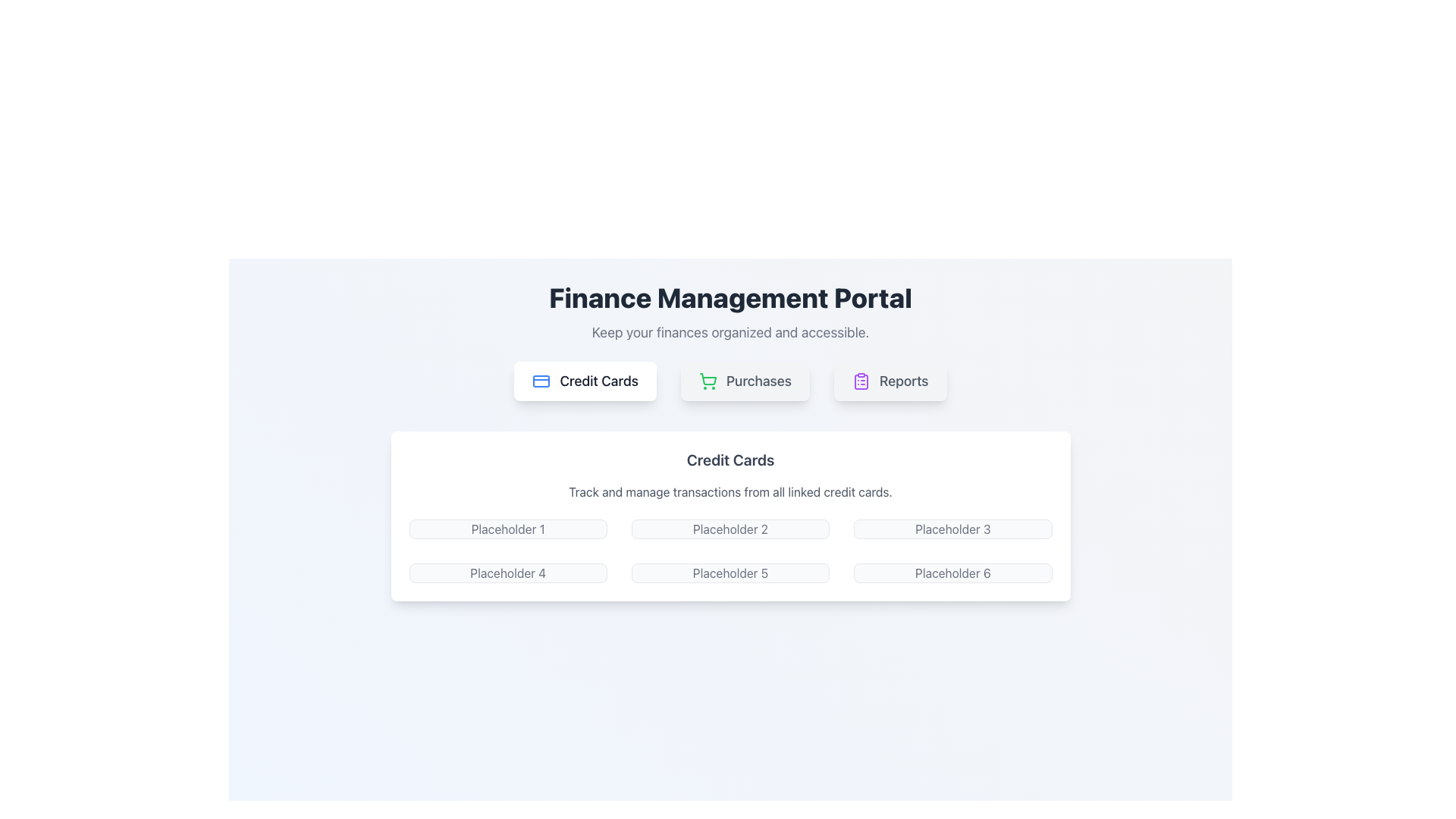 The height and width of the screenshot is (819, 1456). What do you see at coordinates (730, 332) in the screenshot?
I see `text displaying 'Keep your finances organized and accessible.' which is centrally aligned beneath the heading 'Finance Management Portal.'` at bounding box center [730, 332].